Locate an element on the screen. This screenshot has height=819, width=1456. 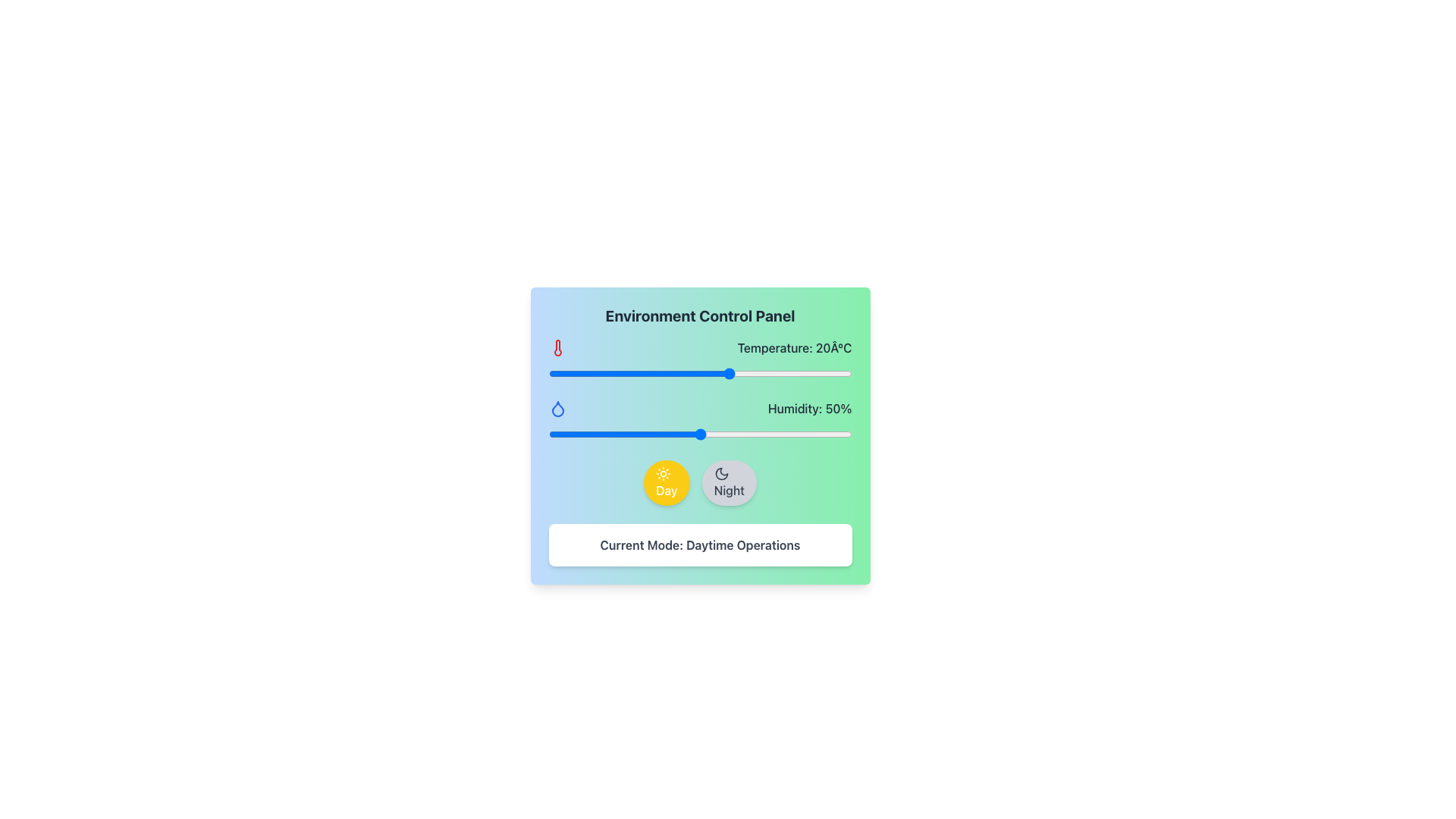
the humidity is located at coordinates (648, 435).